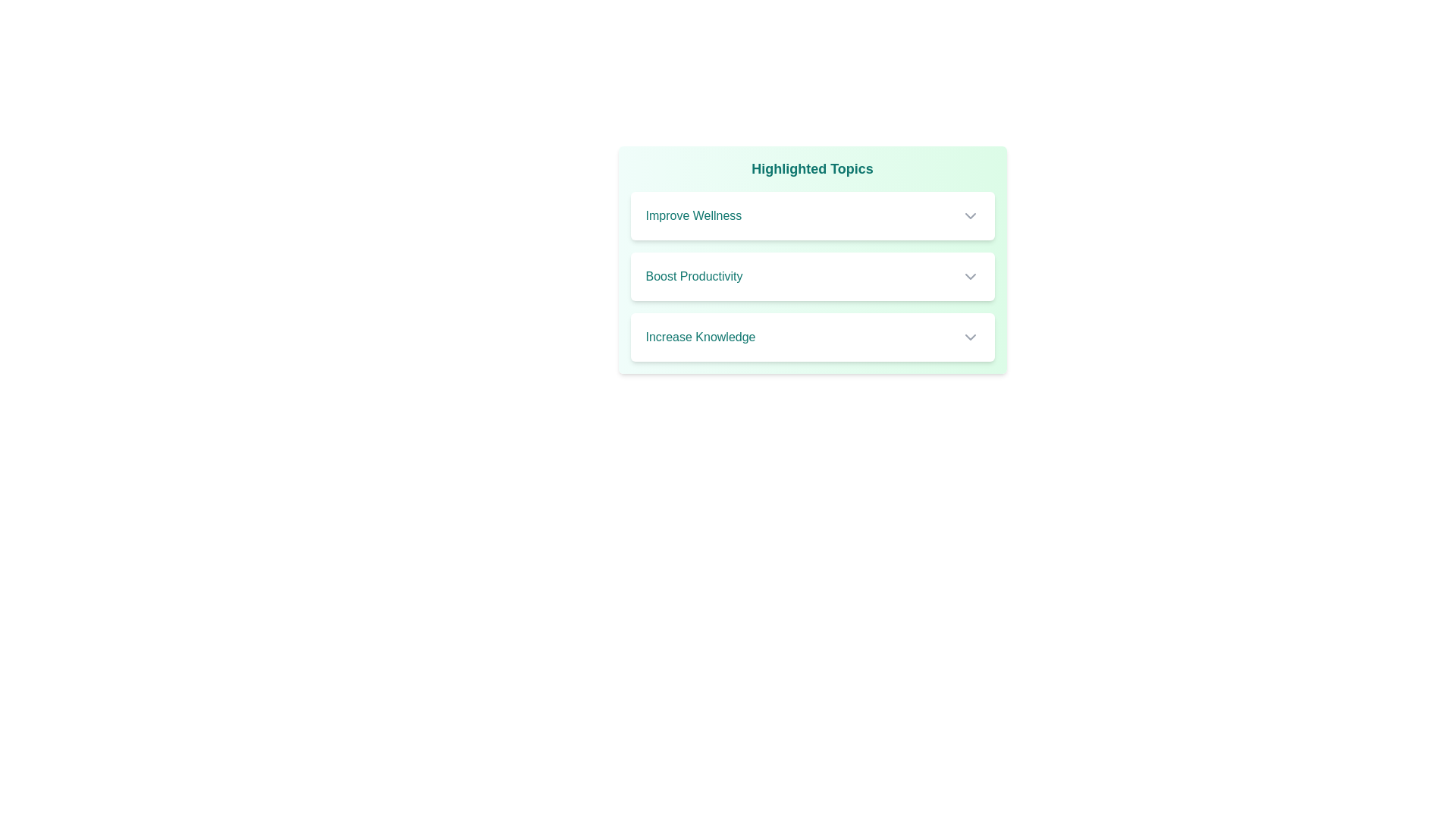 This screenshot has width=1456, height=819. I want to click on the Text Label that displays 'Increase Knowledge', which is the third item in the list within the 'Highlighted Topics' card layout, so click(699, 336).